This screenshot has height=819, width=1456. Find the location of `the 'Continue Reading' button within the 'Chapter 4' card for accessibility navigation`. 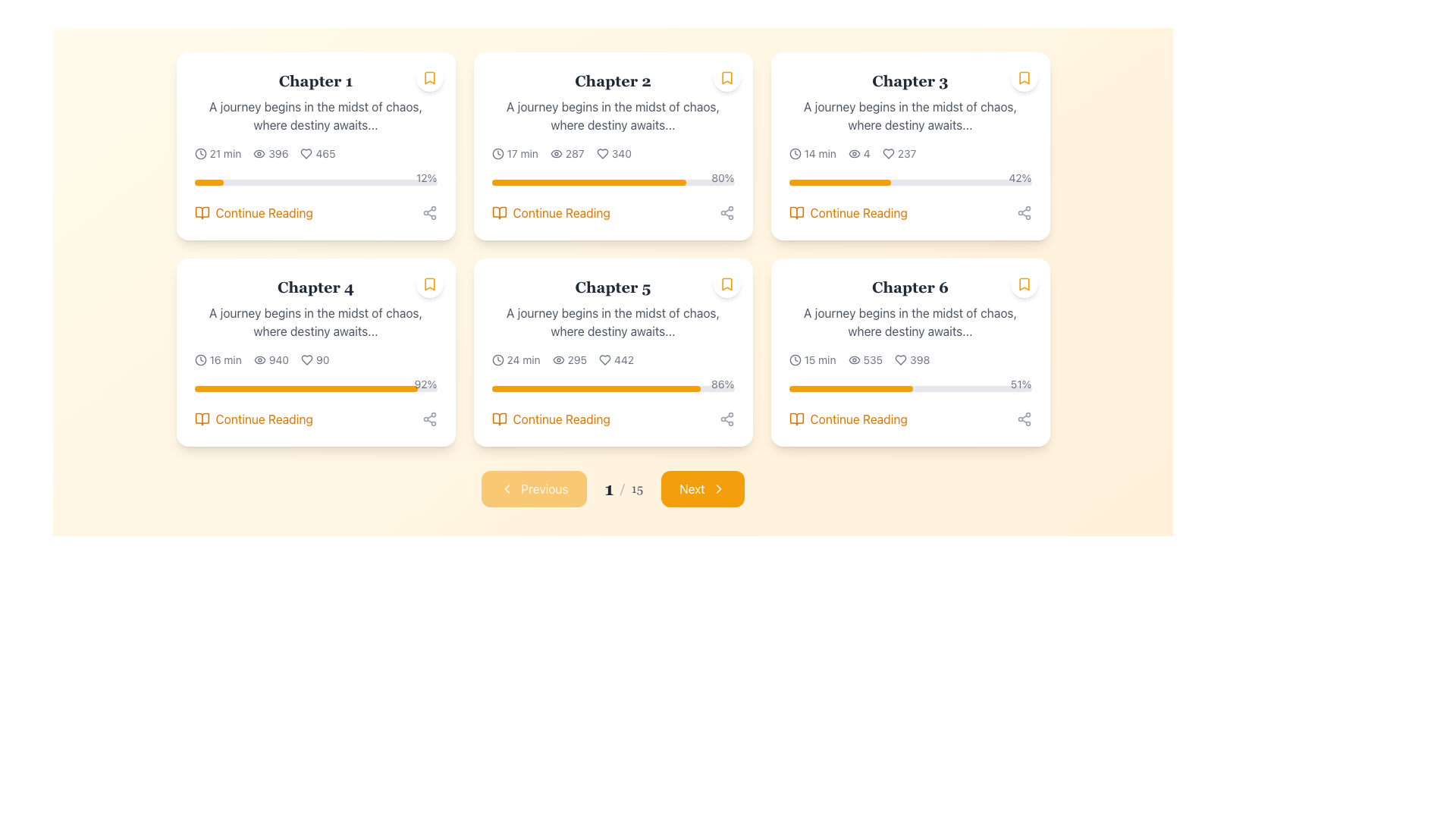

the 'Continue Reading' button within the 'Chapter 4' card for accessibility navigation is located at coordinates (253, 419).